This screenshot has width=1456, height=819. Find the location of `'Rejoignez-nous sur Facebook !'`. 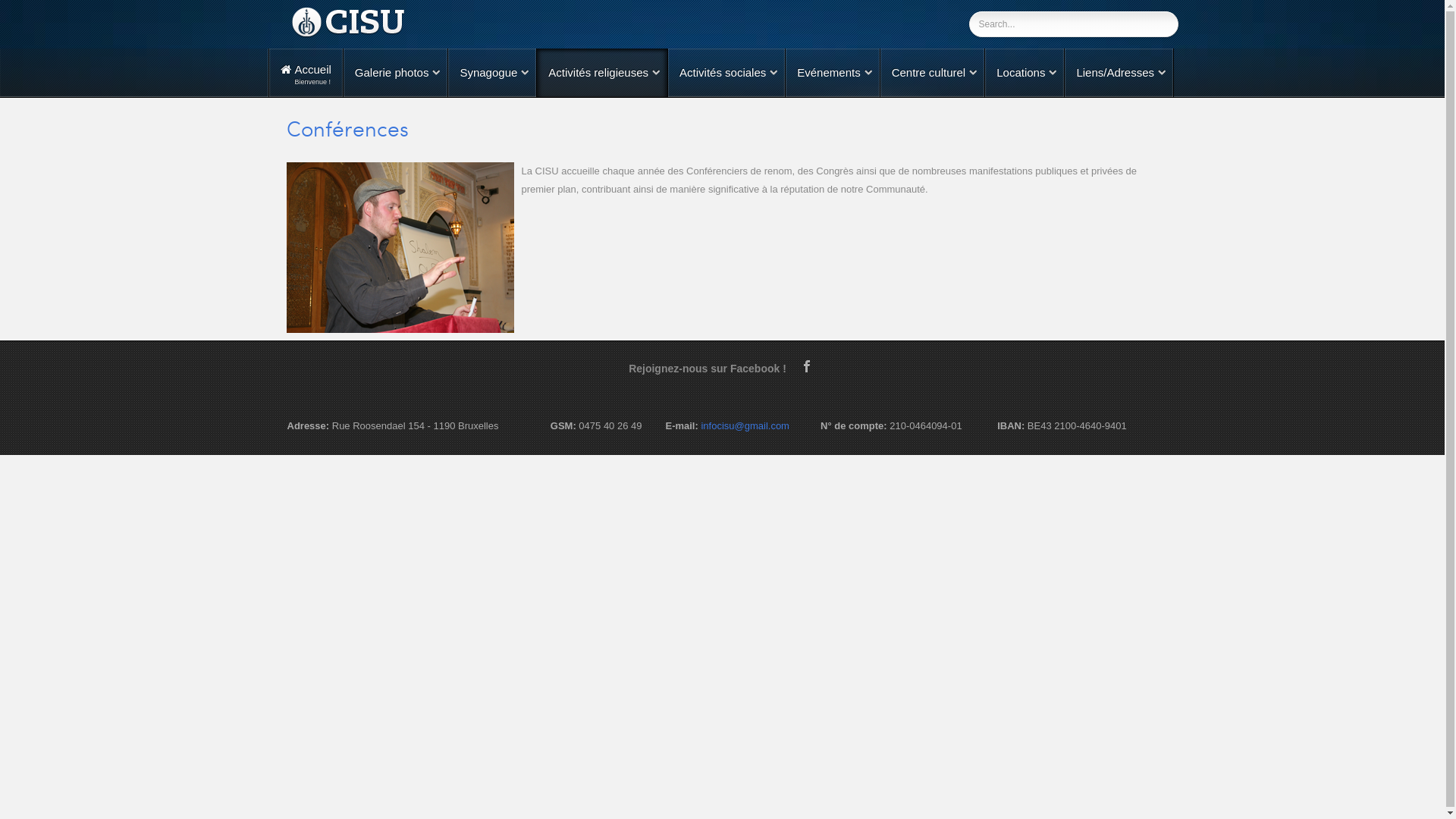

'Rejoignez-nous sur Facebook !' is located at coordinates (712, 369).